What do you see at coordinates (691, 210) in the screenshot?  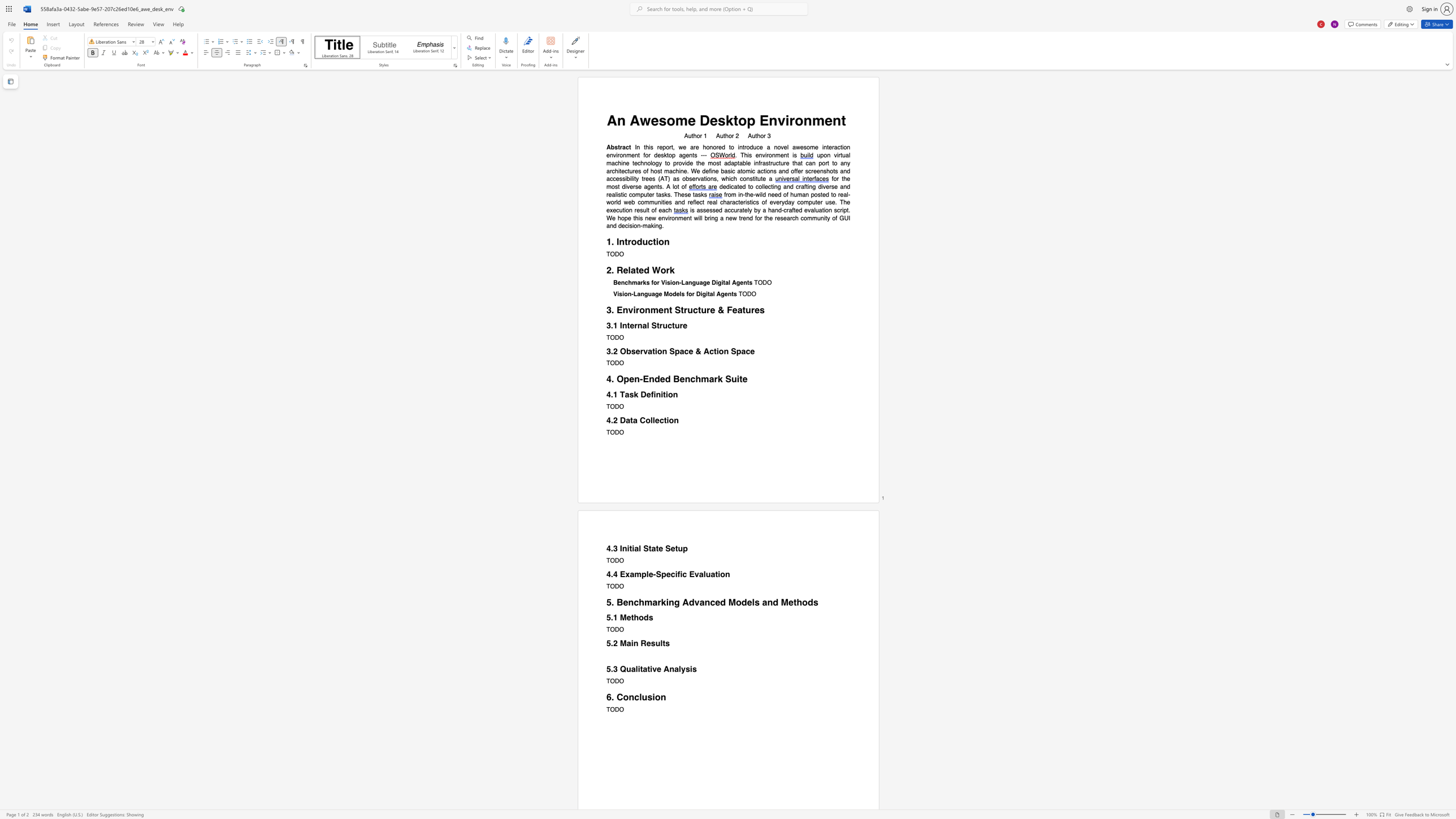 I see `the subset text "s assessed accurately by a" within the text "is assessed accurately by a hand-crafted evaluation script. We hope this"` at bounding box center [691, 210].